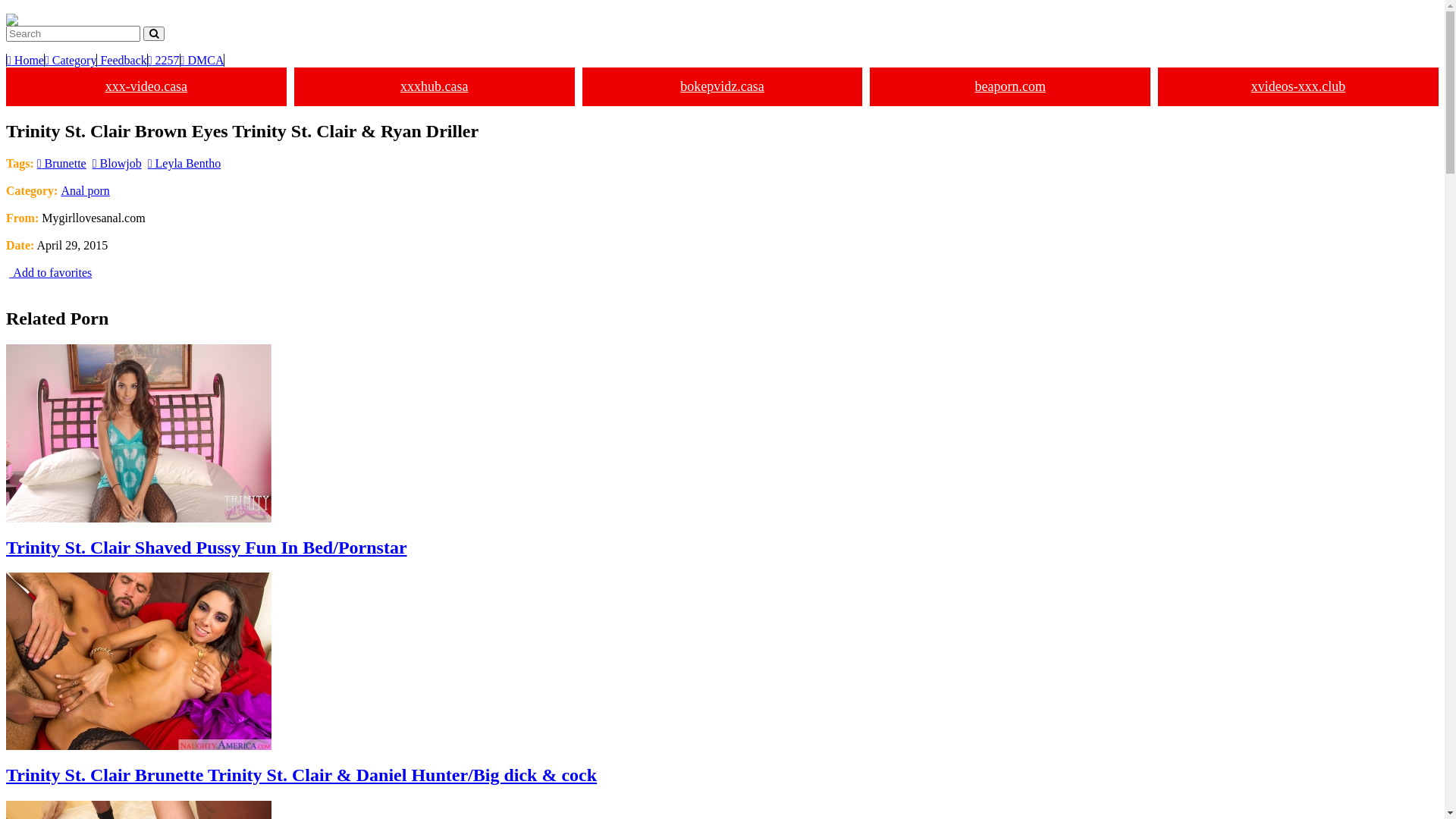 The width and height of the screenshot is (1456, 819). What do you see at coordinates (1010, 86) in the screenshot?
I see `'beaporn.com'` at bounding box center [1010, 86].